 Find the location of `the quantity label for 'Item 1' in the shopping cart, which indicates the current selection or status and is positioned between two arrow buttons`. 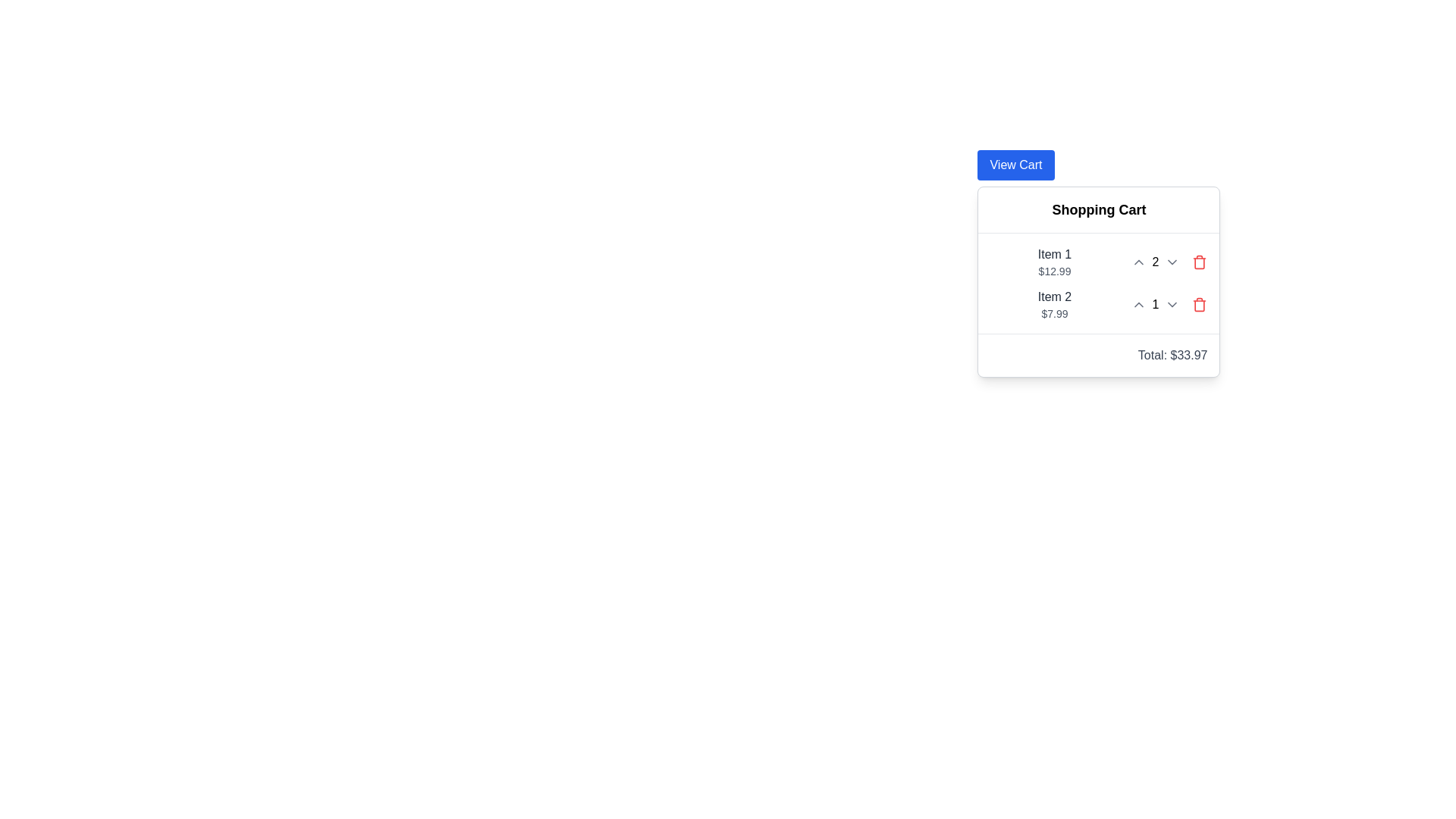

the quantity label for 'Item 1' in the shopping cart, which indicates the current selection or status and is positioned between two arrow buttons is located at coordinates (1155, 262).